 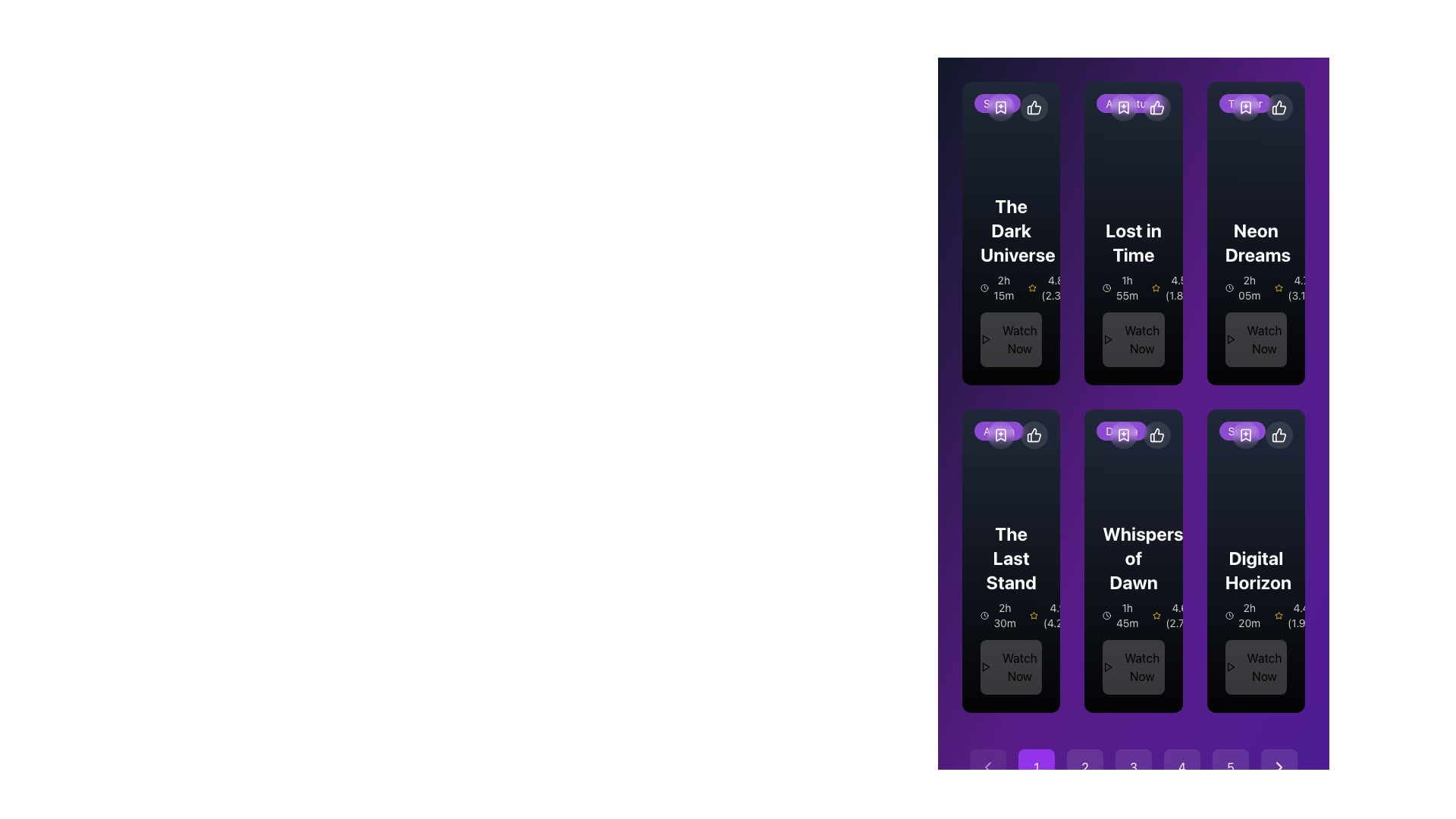 What do you see at coordinates (1242, 431) in the screenshot?
I see `the rounded rectangular label with a purple background and the text 'Sci-Fi', located in the top-left corner of the card for the movie 'Digital Horizon'` at bounding box center [1242, 431].